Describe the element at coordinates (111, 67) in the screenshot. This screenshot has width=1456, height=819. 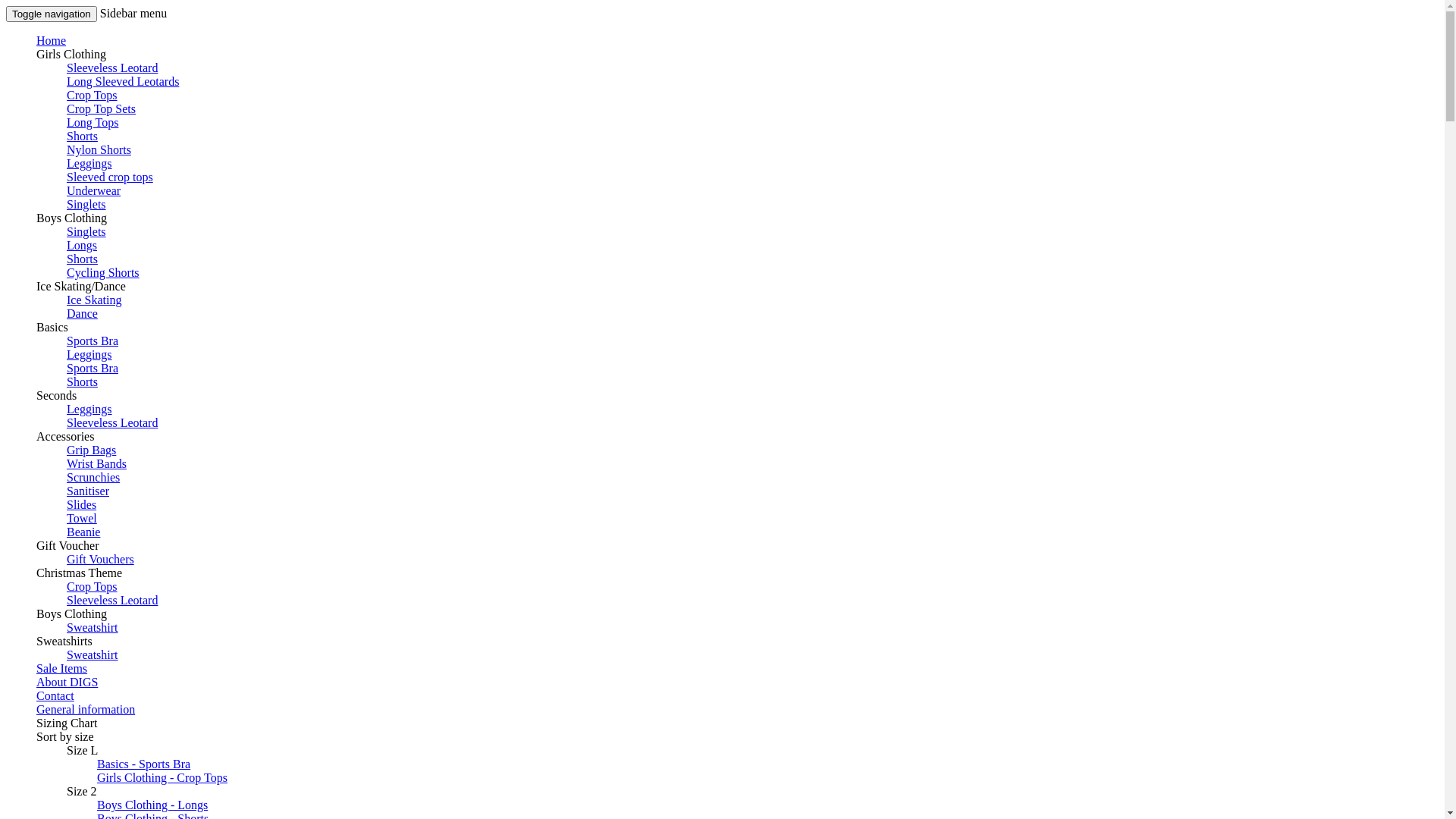
I see `'Sleeveless Leotard'` at that location.